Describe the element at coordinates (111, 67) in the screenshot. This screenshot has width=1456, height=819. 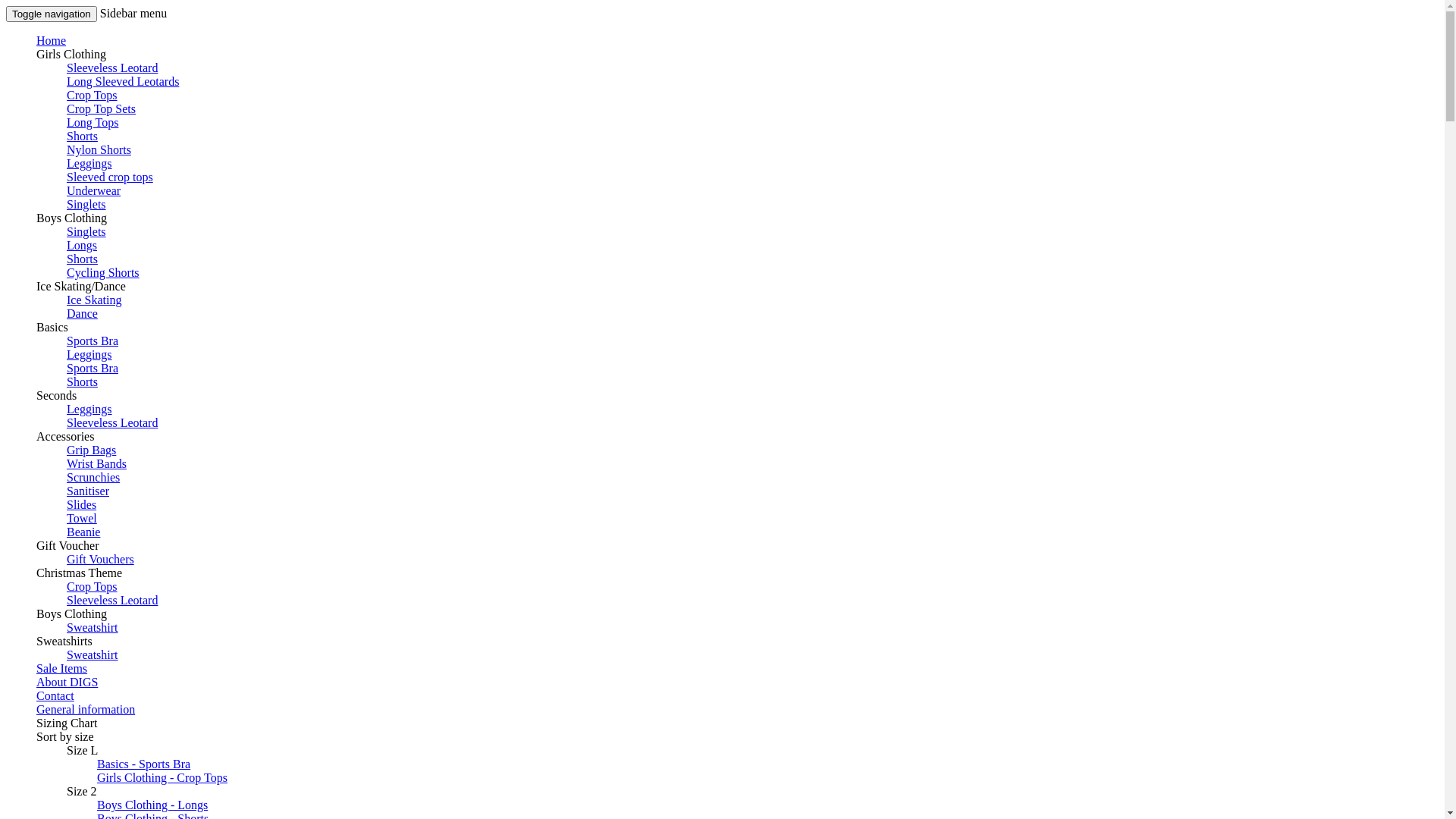
I see `'Sleeveless Leotard'` at that location.